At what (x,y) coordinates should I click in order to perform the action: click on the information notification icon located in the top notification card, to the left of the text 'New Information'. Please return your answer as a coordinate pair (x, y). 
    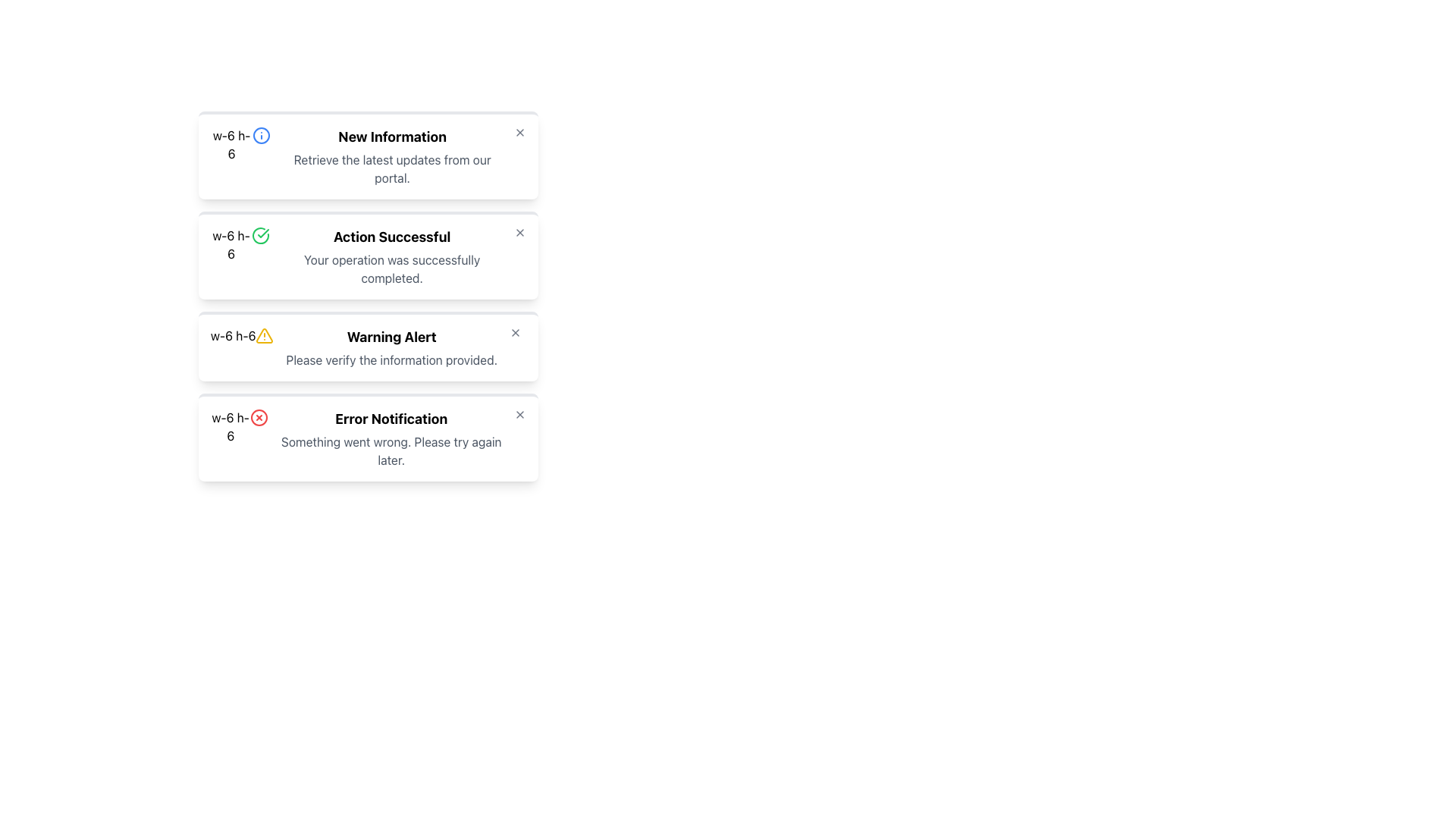
    Looking at the image, I should click on (262, 134).